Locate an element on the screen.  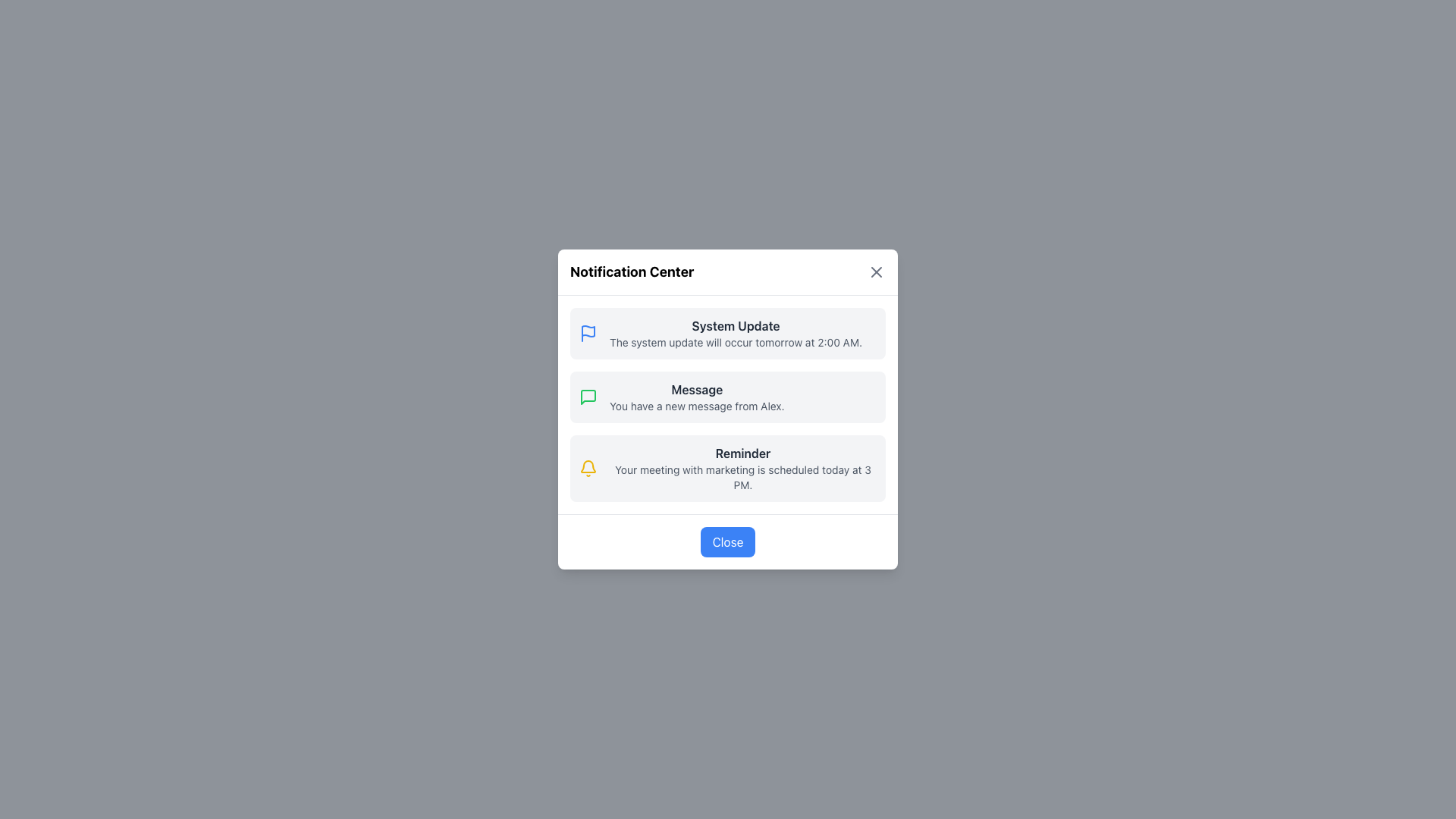
the text block containing the message 'The system update will occur tomorrow at 2:00 AM.' located under the 'System Update' heading in the Notification Center to possibly reveal additional information is located at coordinates (736, 342).